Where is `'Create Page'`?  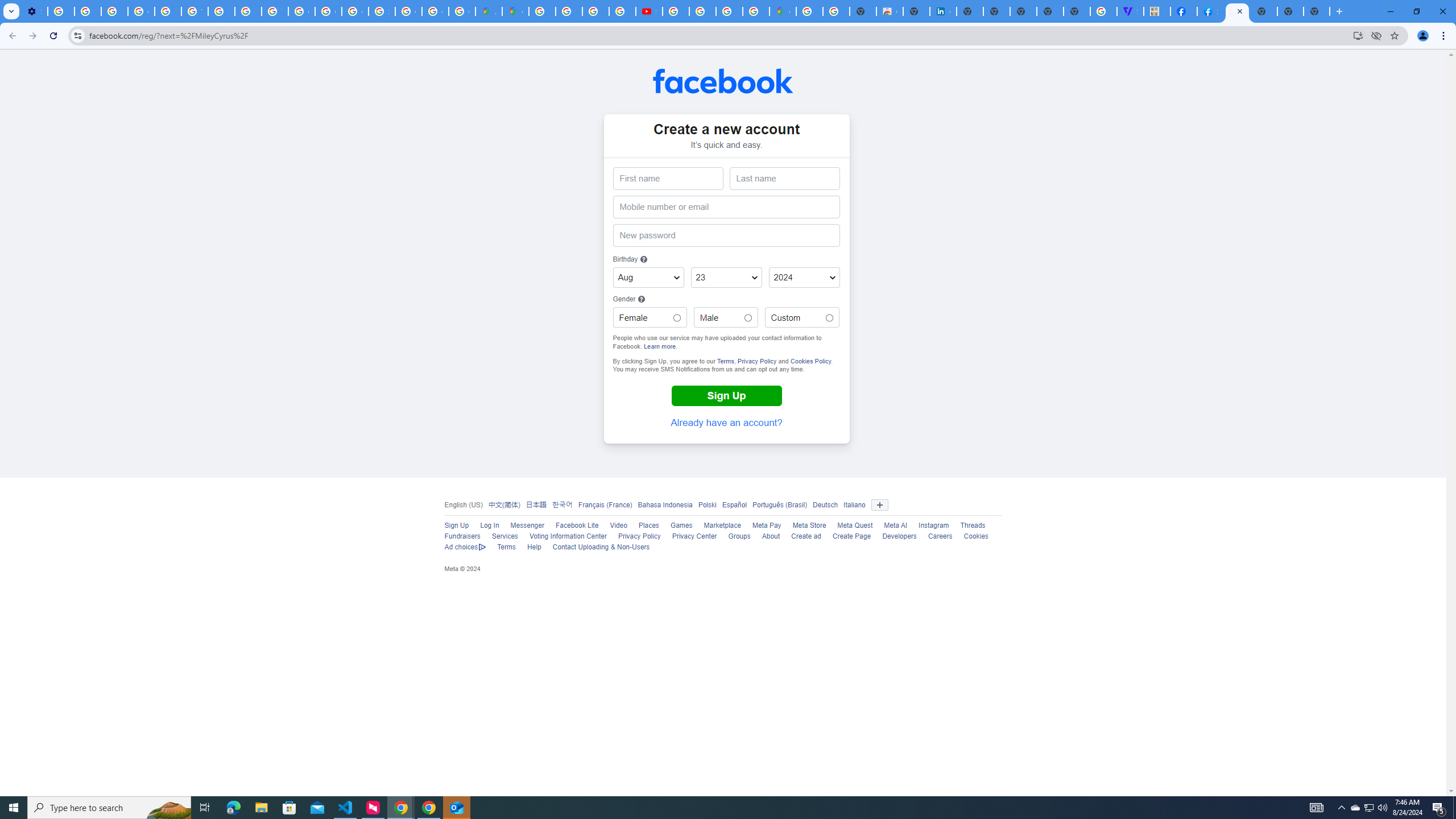 'Create Page' is located at coordinates (851, 536).